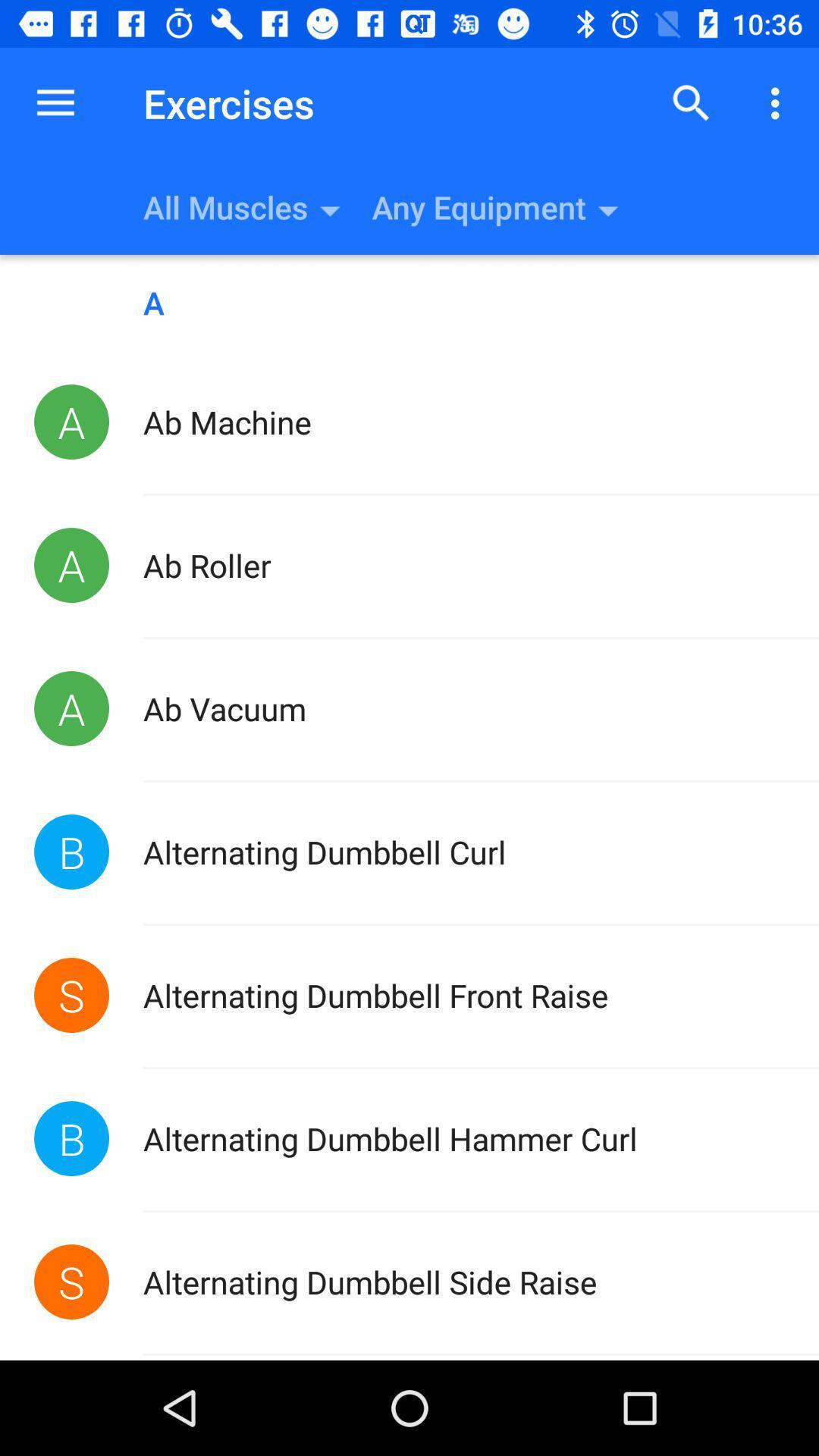  Describe the element at coordinates (779, 102) in the screenshot. I see `menu` at that location.